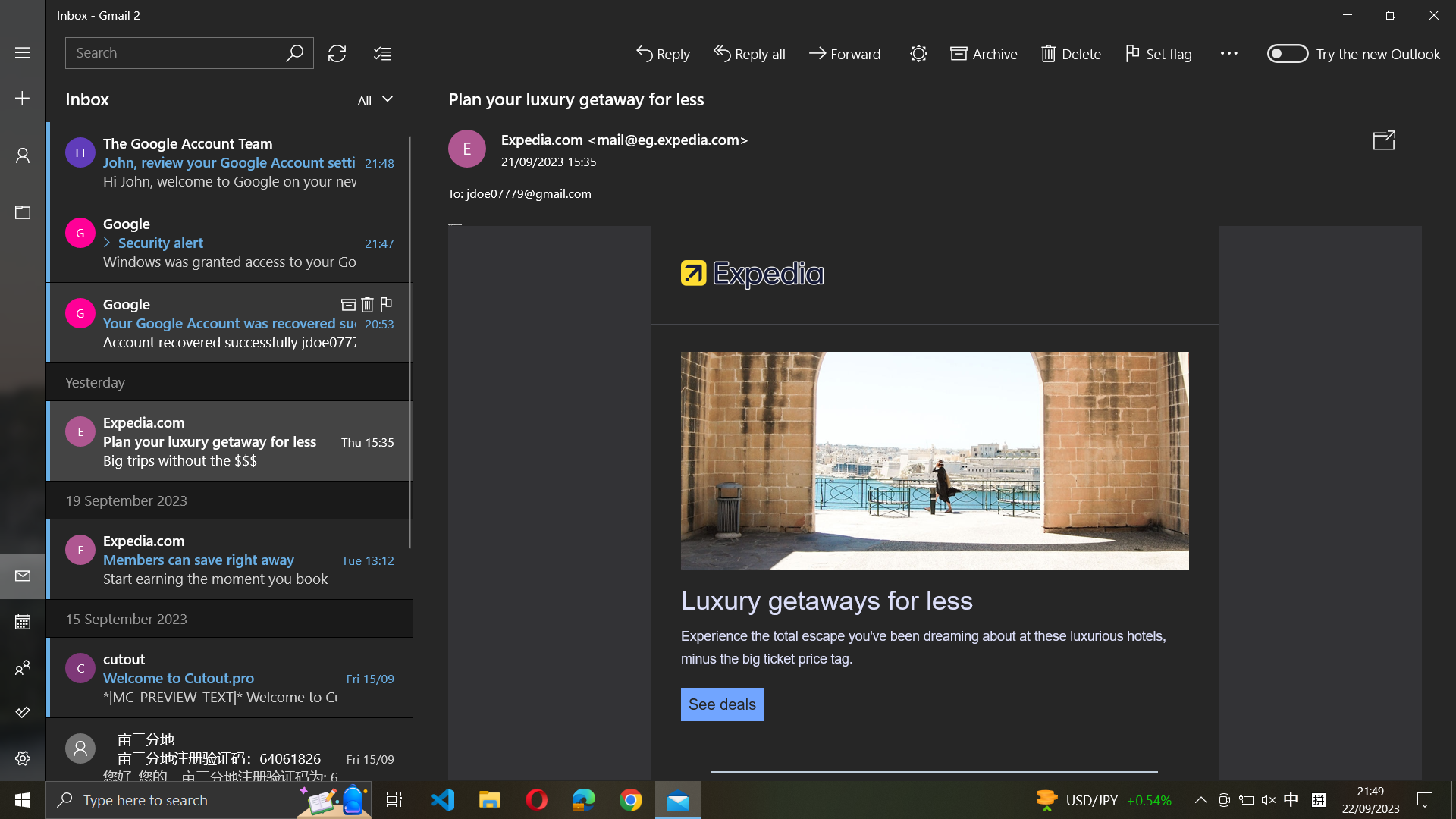 This screenshot has width=1456, height=819. What do you see at coordinates (188, 52) in the screenshot?
I see `Search for mail from Expedia.com` at bounding box center [188, 52].